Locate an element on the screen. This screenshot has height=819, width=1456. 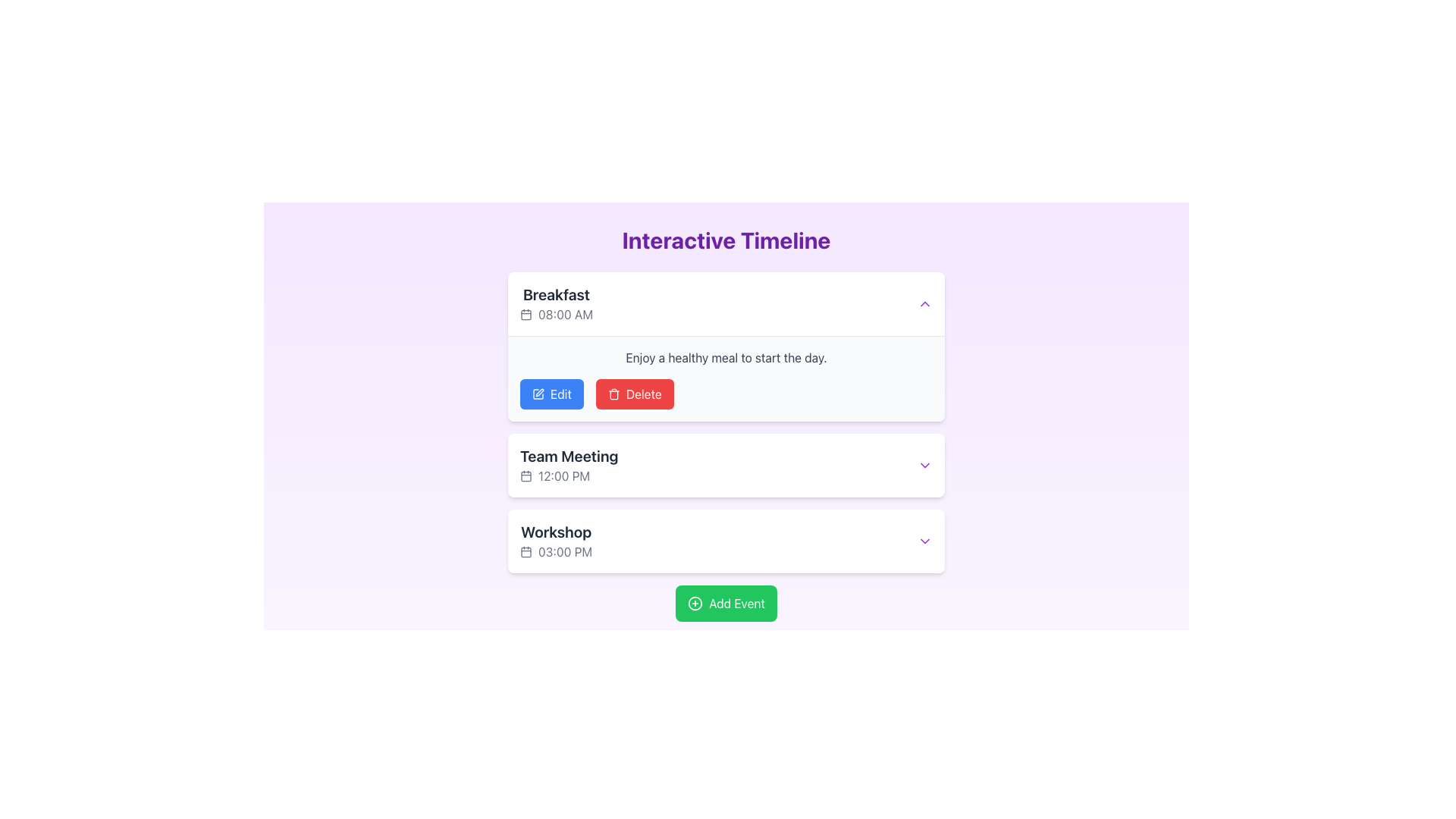
the hollow rectangular shape that represents the trash bin icon within the expanded card for the 'Breakfast' event is located at coordinates (613, 394).